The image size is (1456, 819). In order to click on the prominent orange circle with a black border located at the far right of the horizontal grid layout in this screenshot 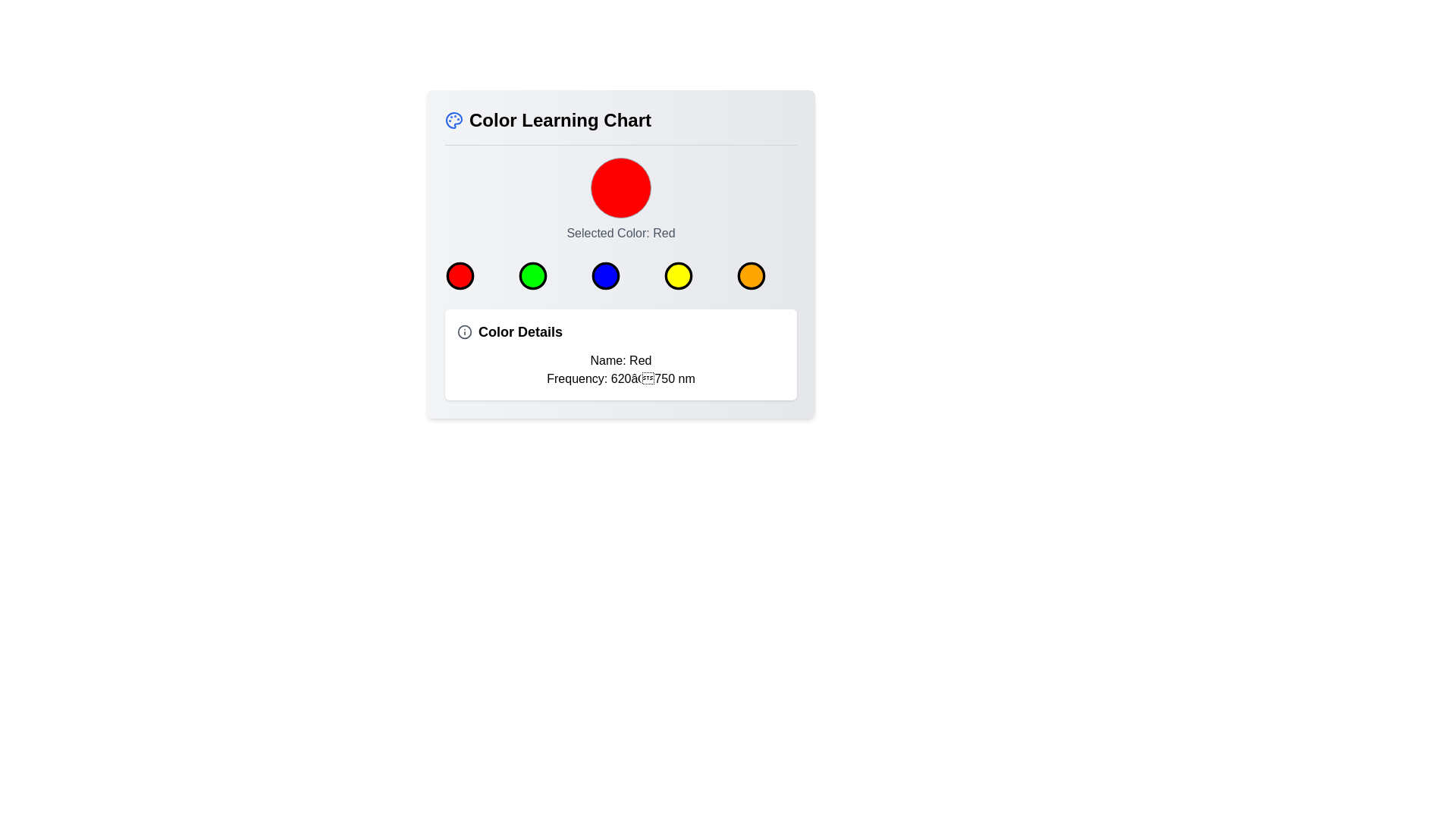, I will do `click(751, 275)`.